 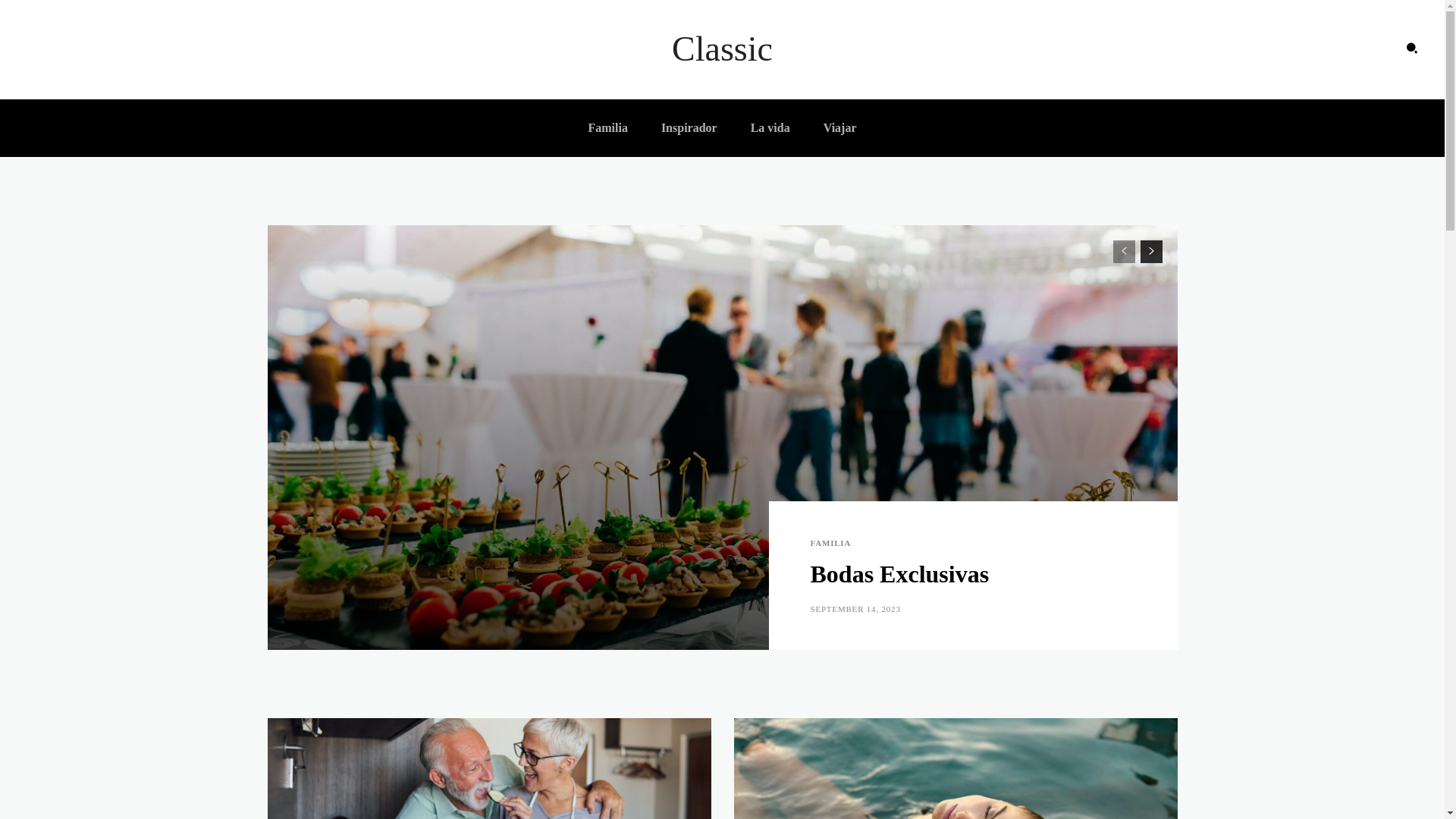 I want to click on 'FAMILIA', so click(x=829, y=542).